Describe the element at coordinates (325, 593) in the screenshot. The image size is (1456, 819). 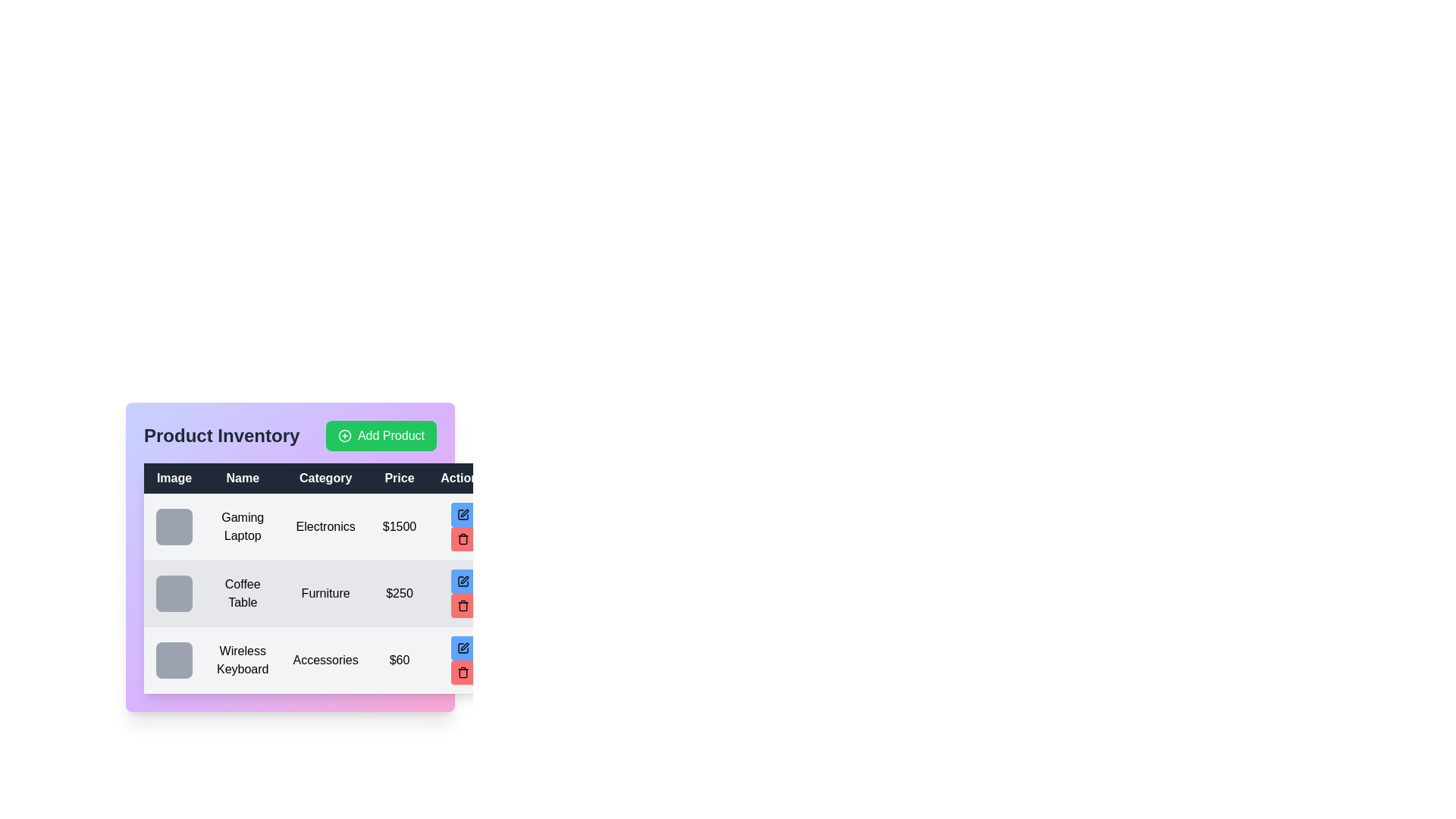
I see `the 'Coffee Table' category text label in the inventory table, located under 'Electronics' and above 'Accessories'` at that location.